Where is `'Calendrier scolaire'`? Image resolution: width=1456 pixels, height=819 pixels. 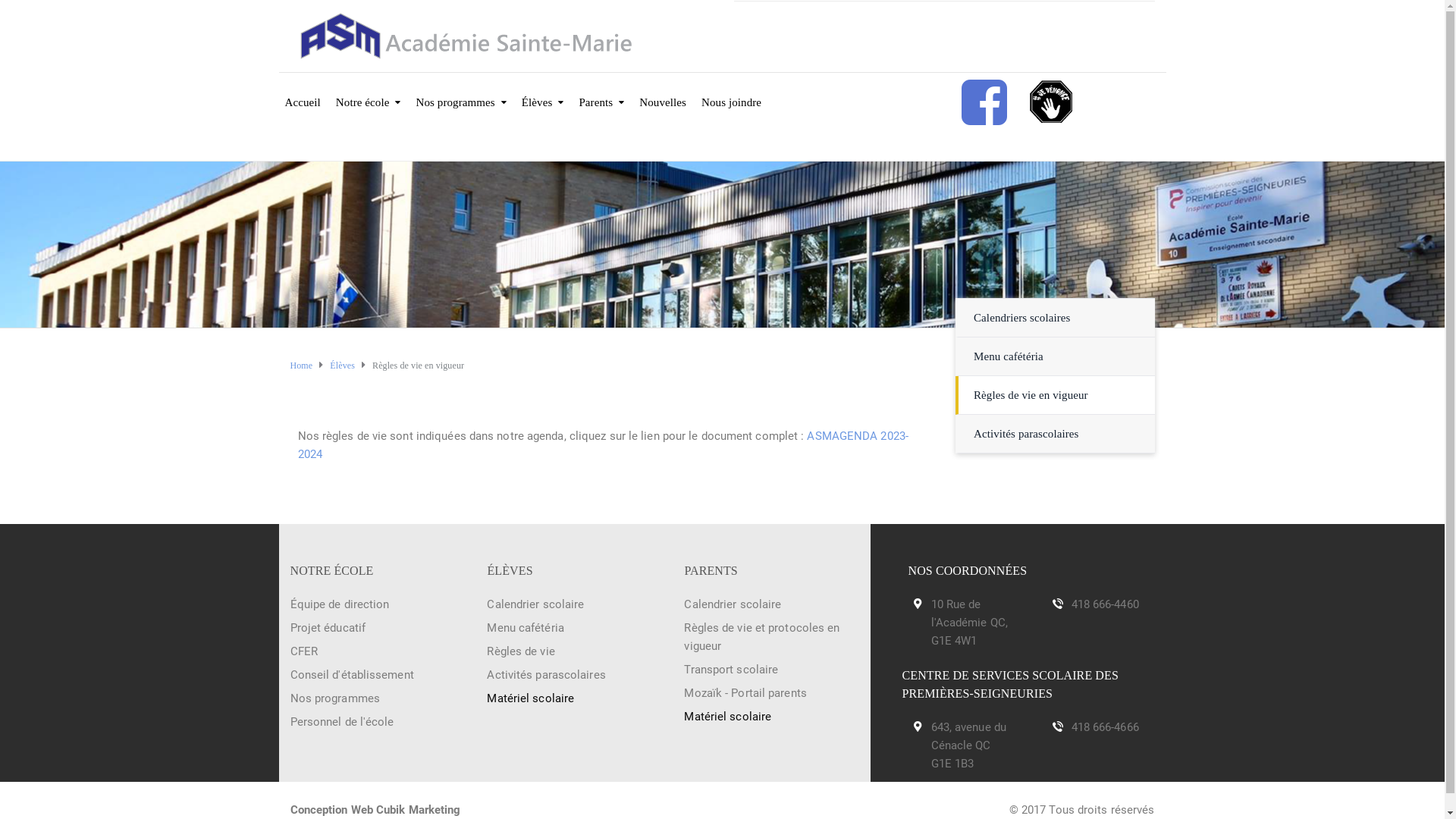 'Calendrier scolaire' is located at coordinates (535, 604).